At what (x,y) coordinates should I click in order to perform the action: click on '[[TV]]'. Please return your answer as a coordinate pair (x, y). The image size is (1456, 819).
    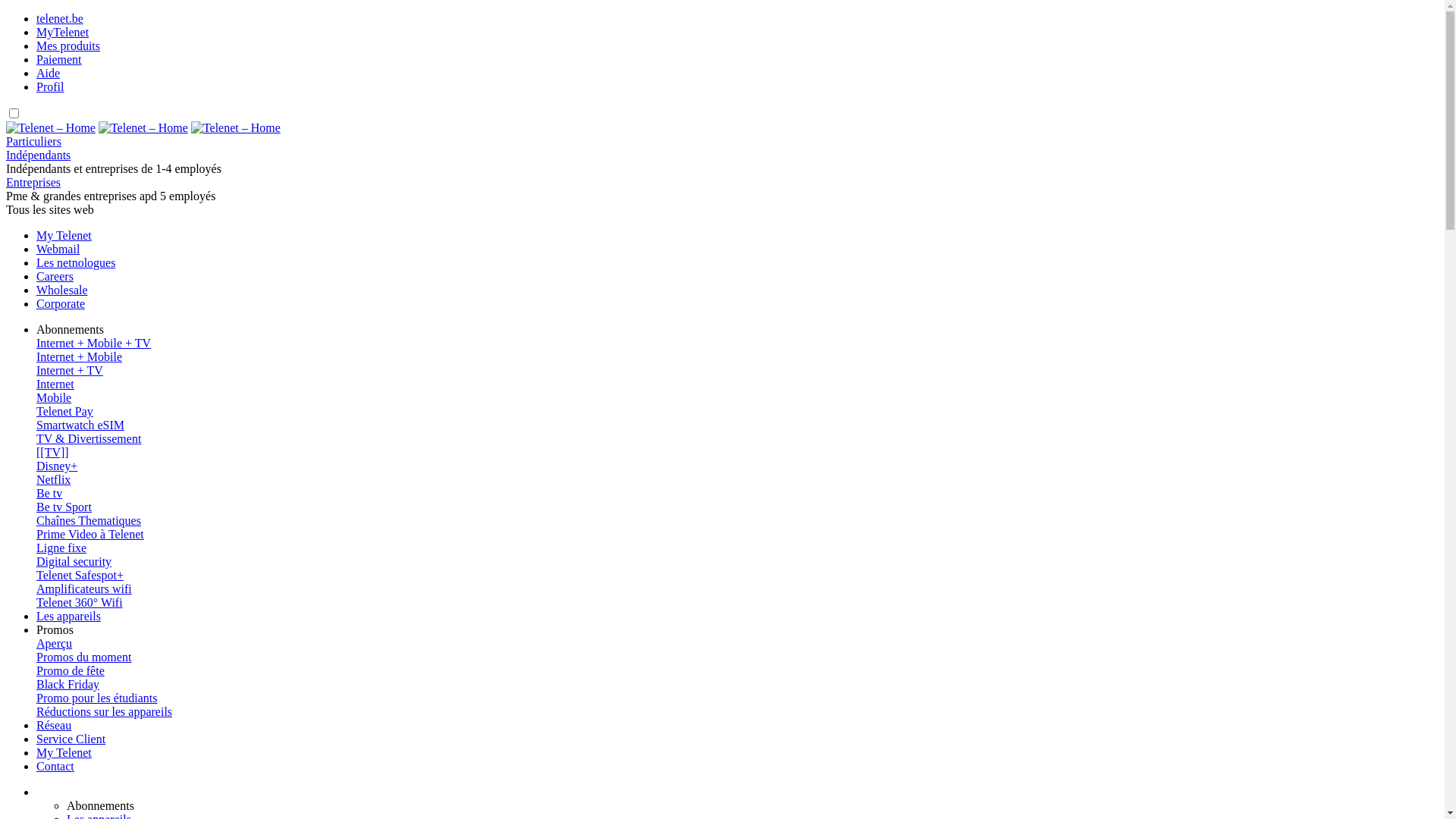
    Looking at the image, I should click on (52, 451).